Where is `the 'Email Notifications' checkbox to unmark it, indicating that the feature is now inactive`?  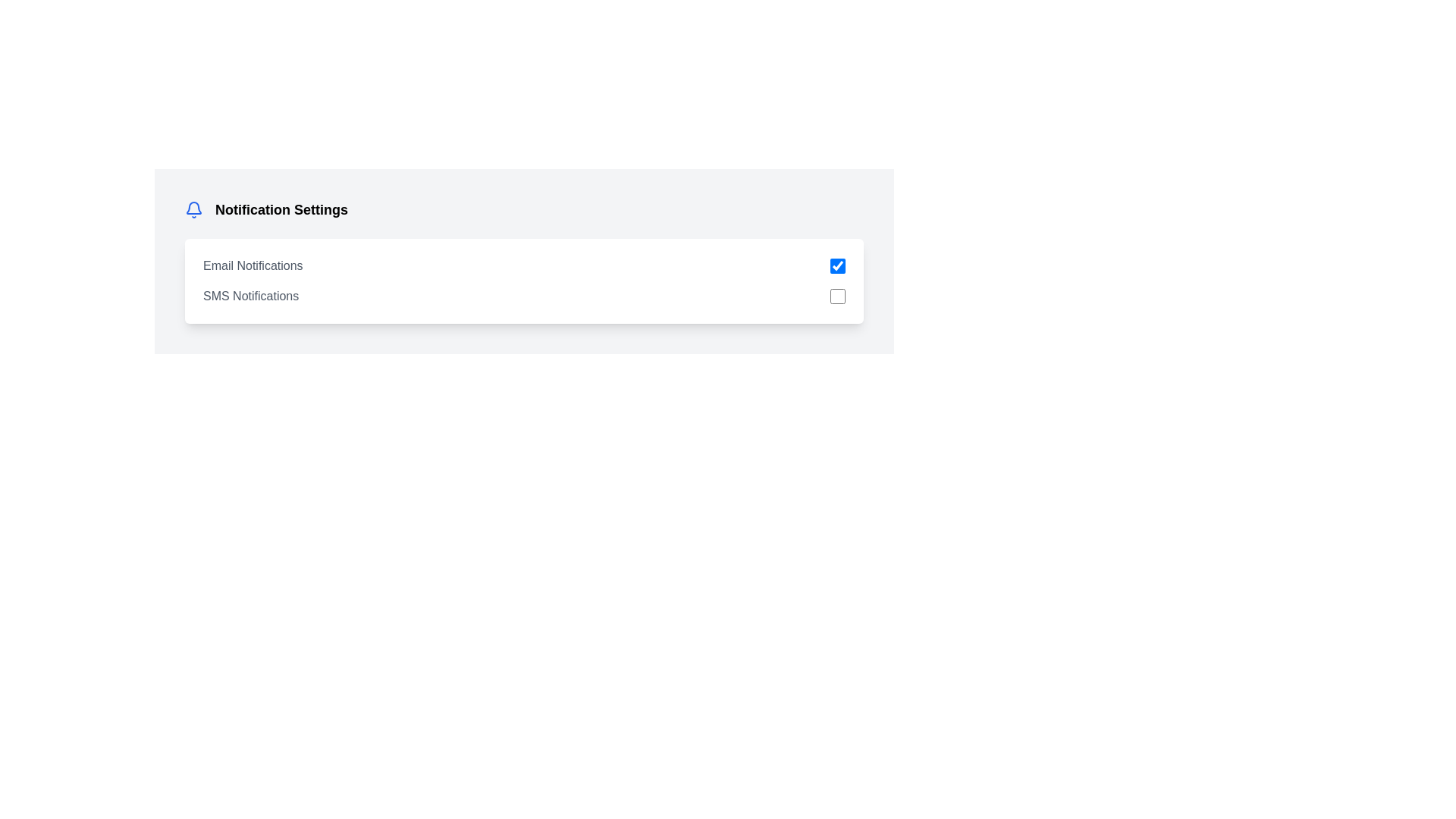 the 'Email Notifications' checkbox to unmark it, indicating that the feature is now inactive is located at coordinates (836, 265).